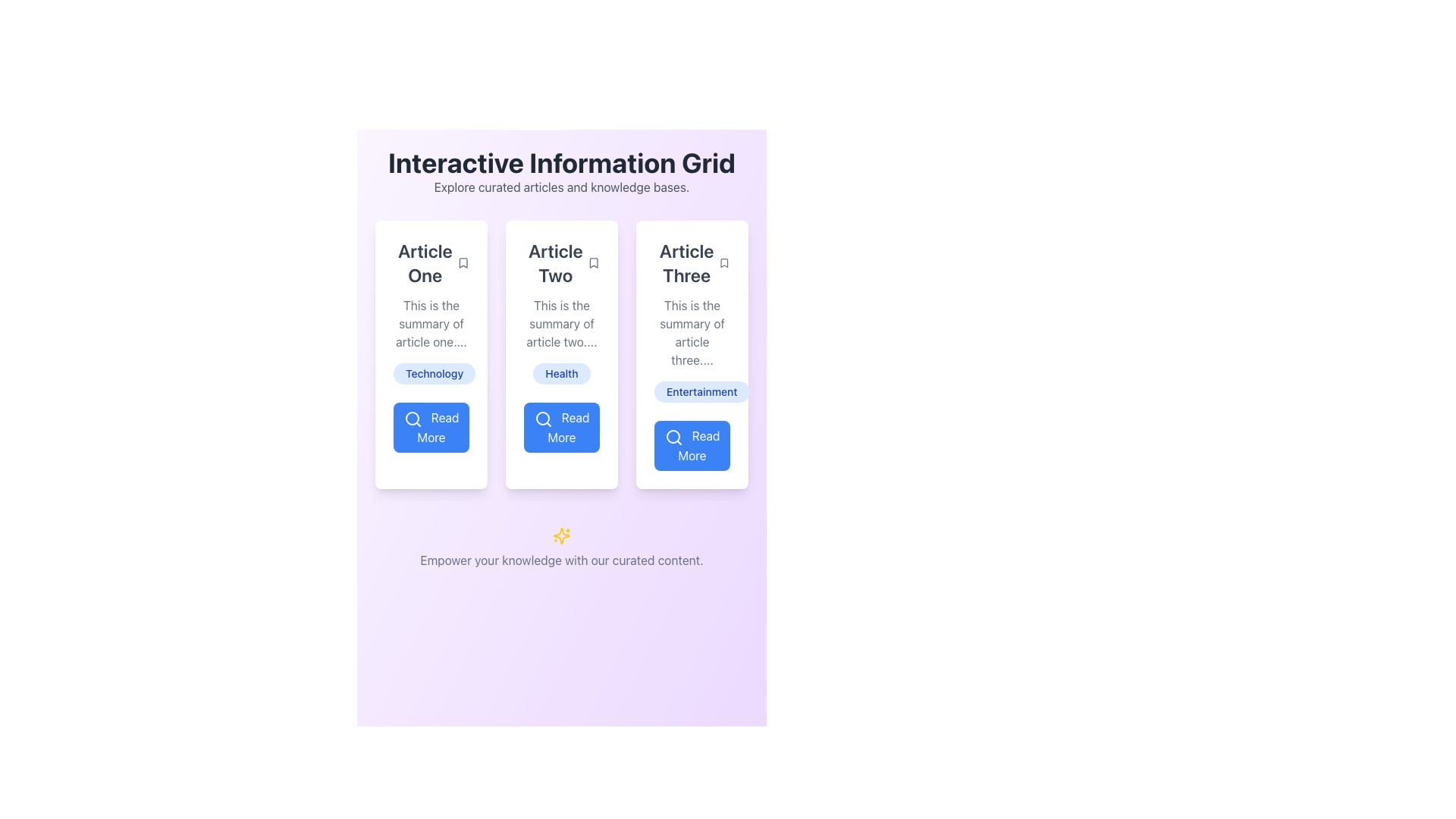 Image resolution: width=1456 pixels, height=819 pixels. I want to click on the small gray bookmark icon next to the 'Article Three' text label to observe the visual change in color when hovered, so click(691, 262).